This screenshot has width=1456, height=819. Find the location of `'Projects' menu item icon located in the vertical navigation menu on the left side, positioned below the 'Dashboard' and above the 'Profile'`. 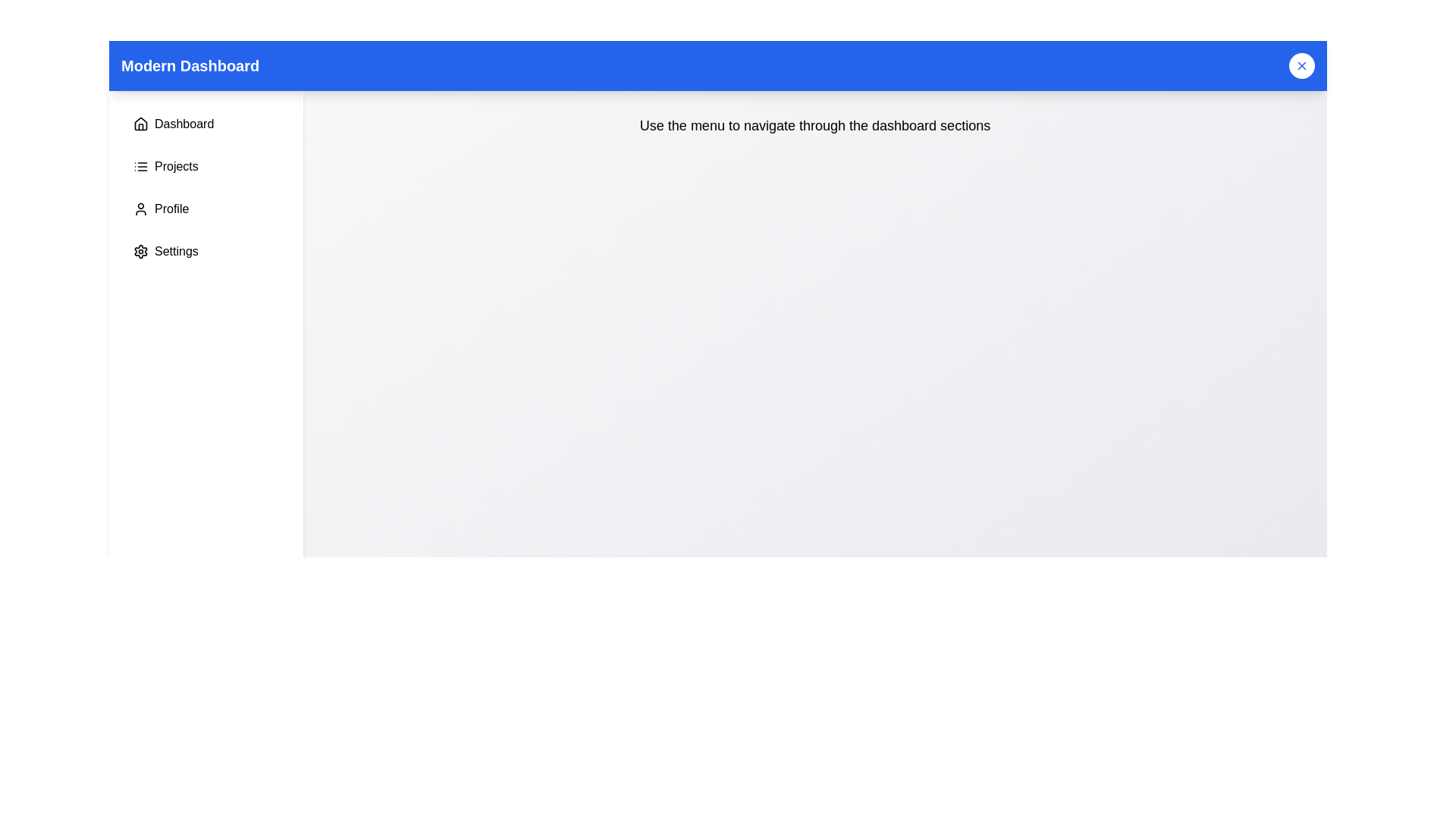

'Projects' menu item icon located in the vertical navigation menu on the left side, positioned below the 'Dashboard' and above the 'Profile' is located at coordinates (141, 166).